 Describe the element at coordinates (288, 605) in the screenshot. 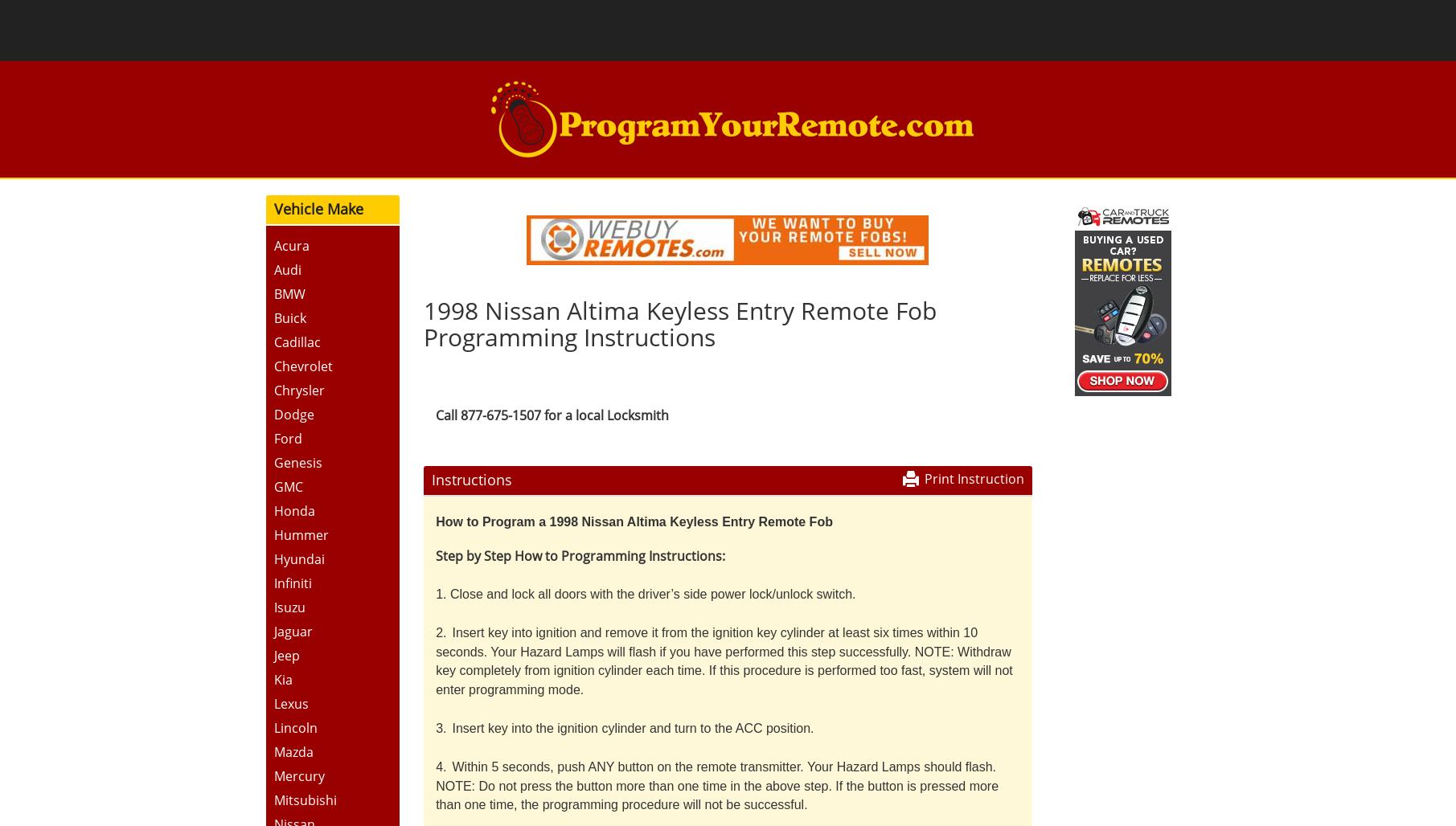

I see `'Isuzu'` at that location.